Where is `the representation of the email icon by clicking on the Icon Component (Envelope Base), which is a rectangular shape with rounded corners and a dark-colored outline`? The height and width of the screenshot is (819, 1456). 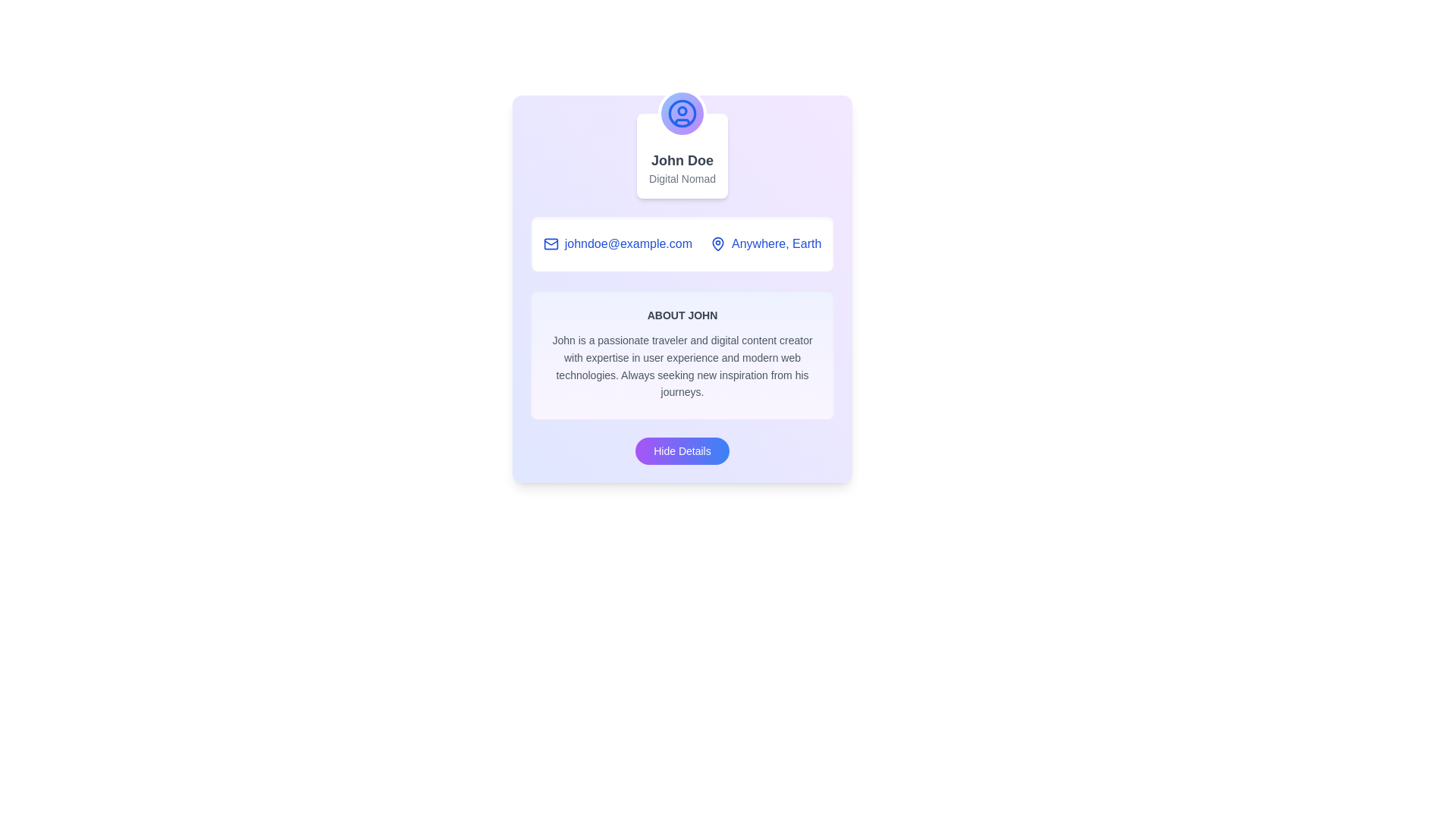
the representation of the email icon by clicking on the Icon Component (Envelope Base), which is a rectangular shape with rounded corners and a dark-colored outline is located at coordinates (550, 243).